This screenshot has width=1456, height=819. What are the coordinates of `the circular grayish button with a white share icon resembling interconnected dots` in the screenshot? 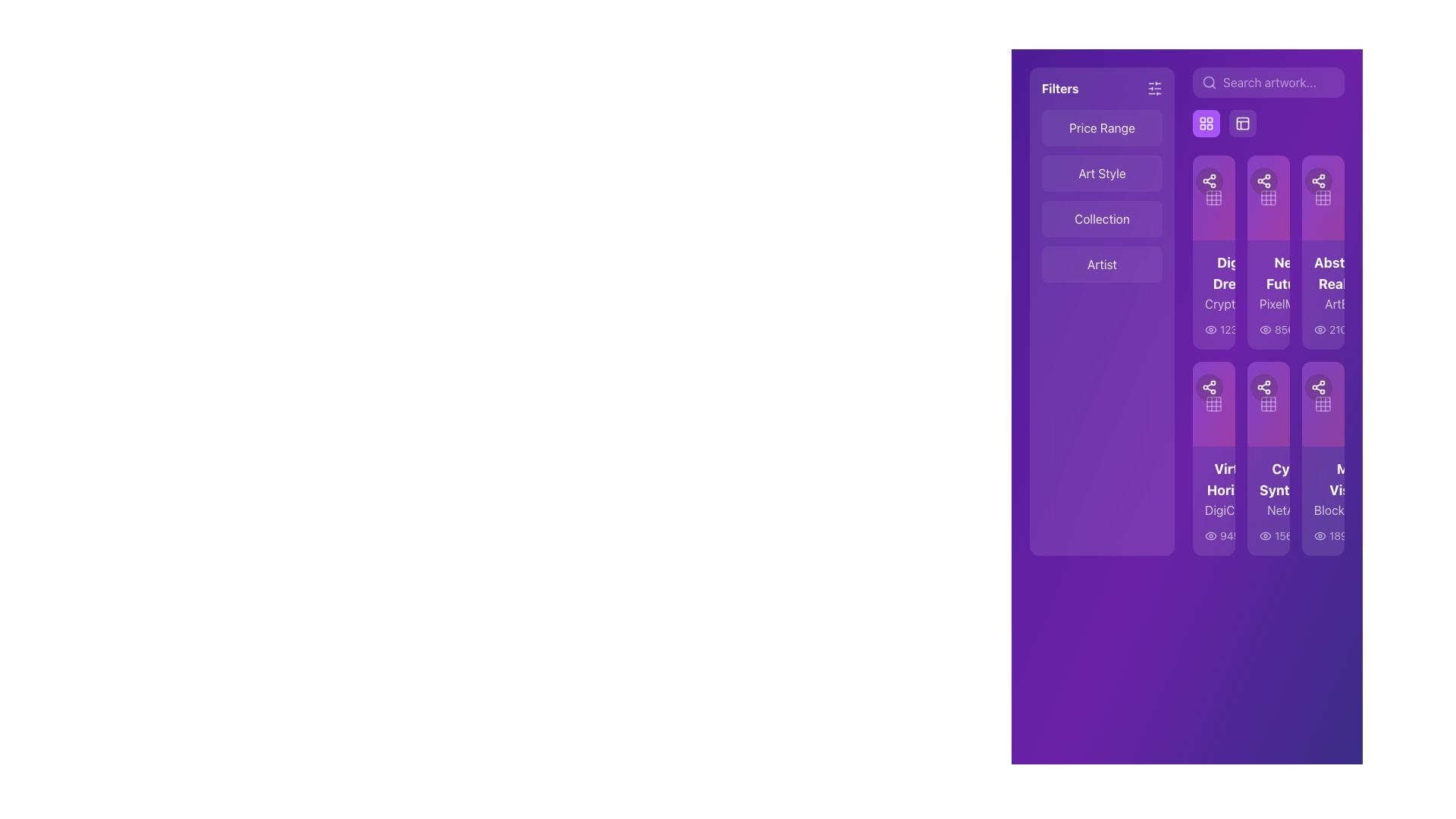 It's located at (1247, 386).